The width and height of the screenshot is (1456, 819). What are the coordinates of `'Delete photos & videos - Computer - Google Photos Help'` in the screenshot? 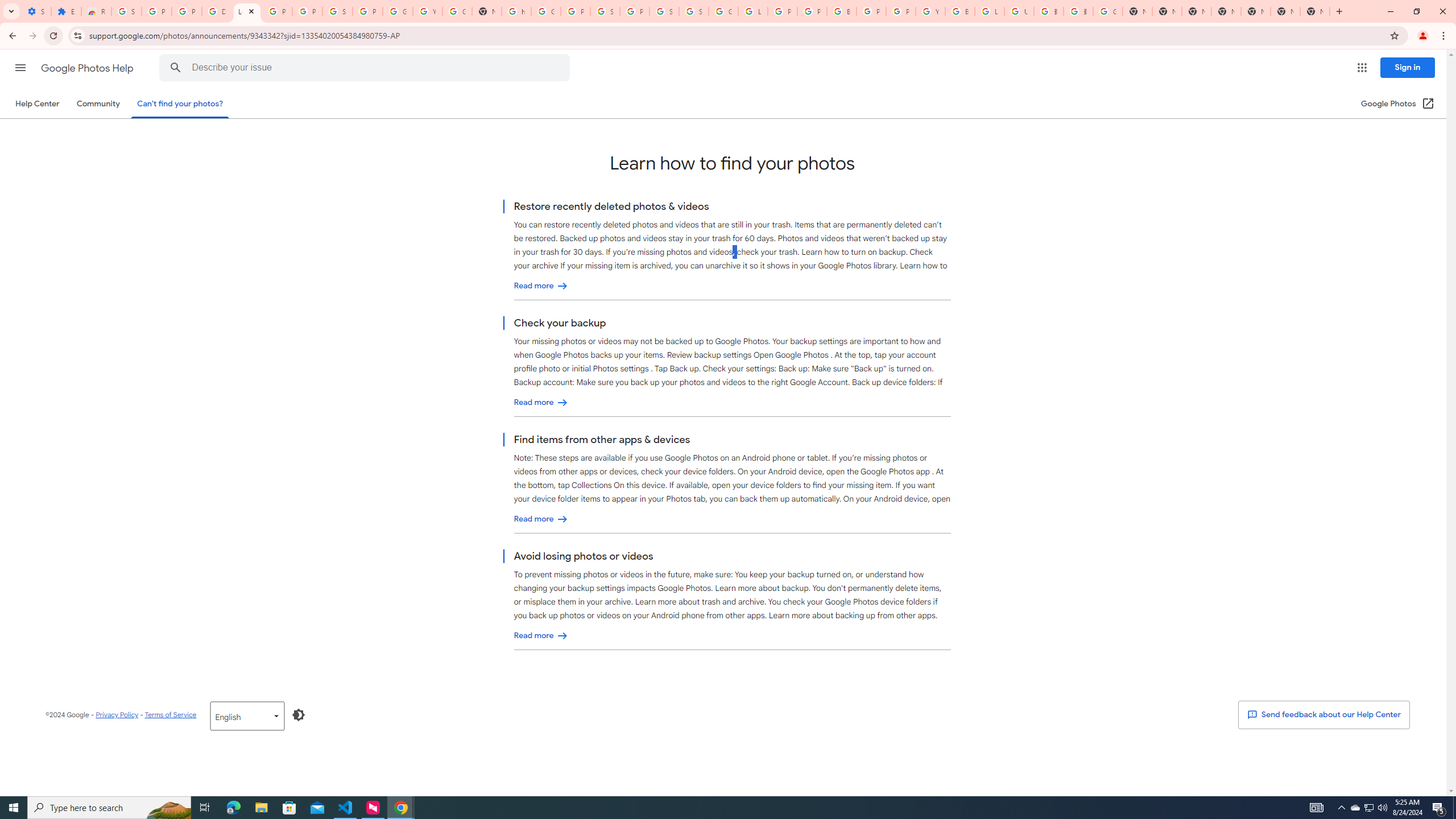 It's located at (216, 11).